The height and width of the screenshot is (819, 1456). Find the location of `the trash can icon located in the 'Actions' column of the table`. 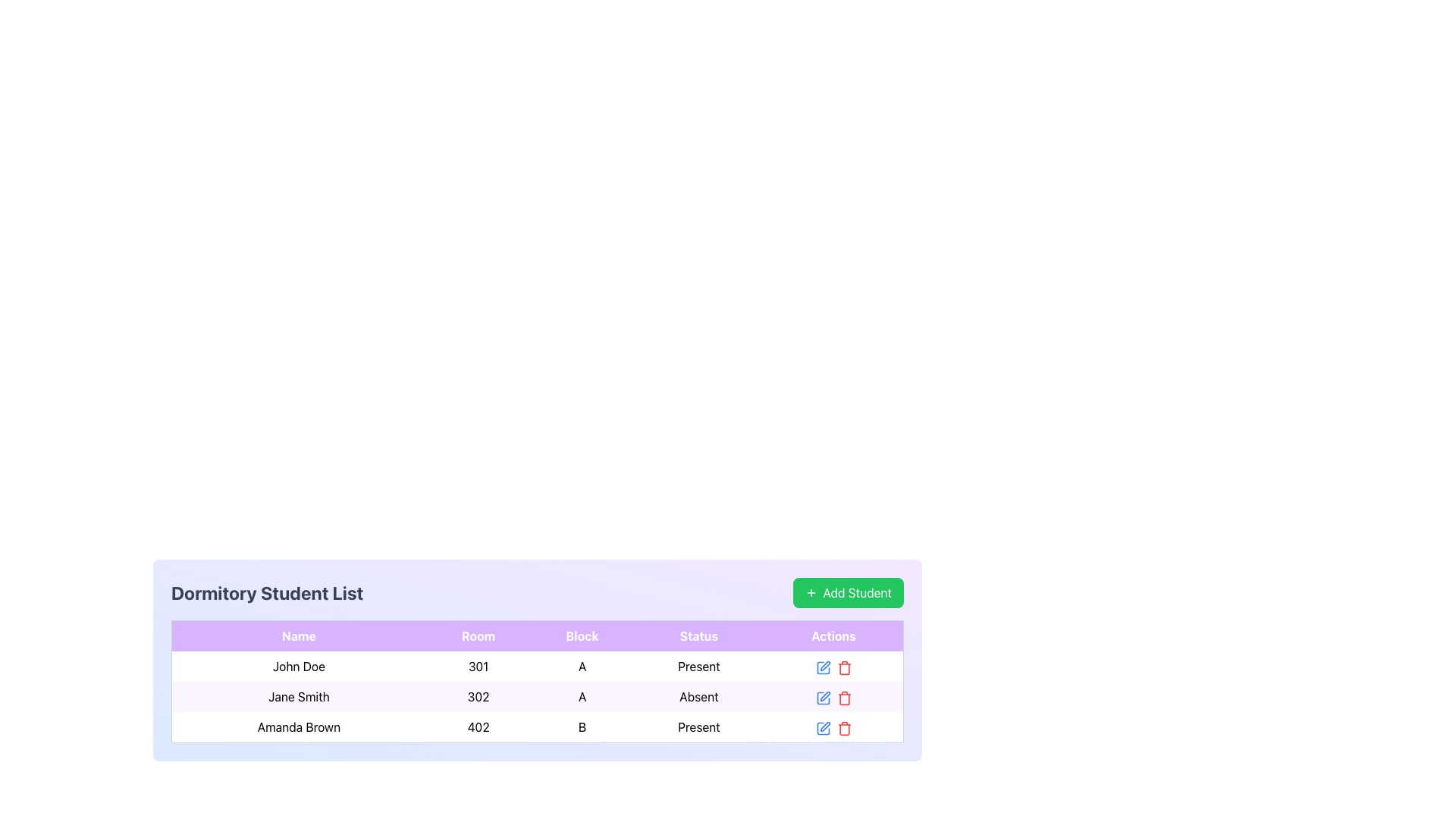

the trash can icon located in the 'Actions' column of the table is located at coordinates (843, 699).